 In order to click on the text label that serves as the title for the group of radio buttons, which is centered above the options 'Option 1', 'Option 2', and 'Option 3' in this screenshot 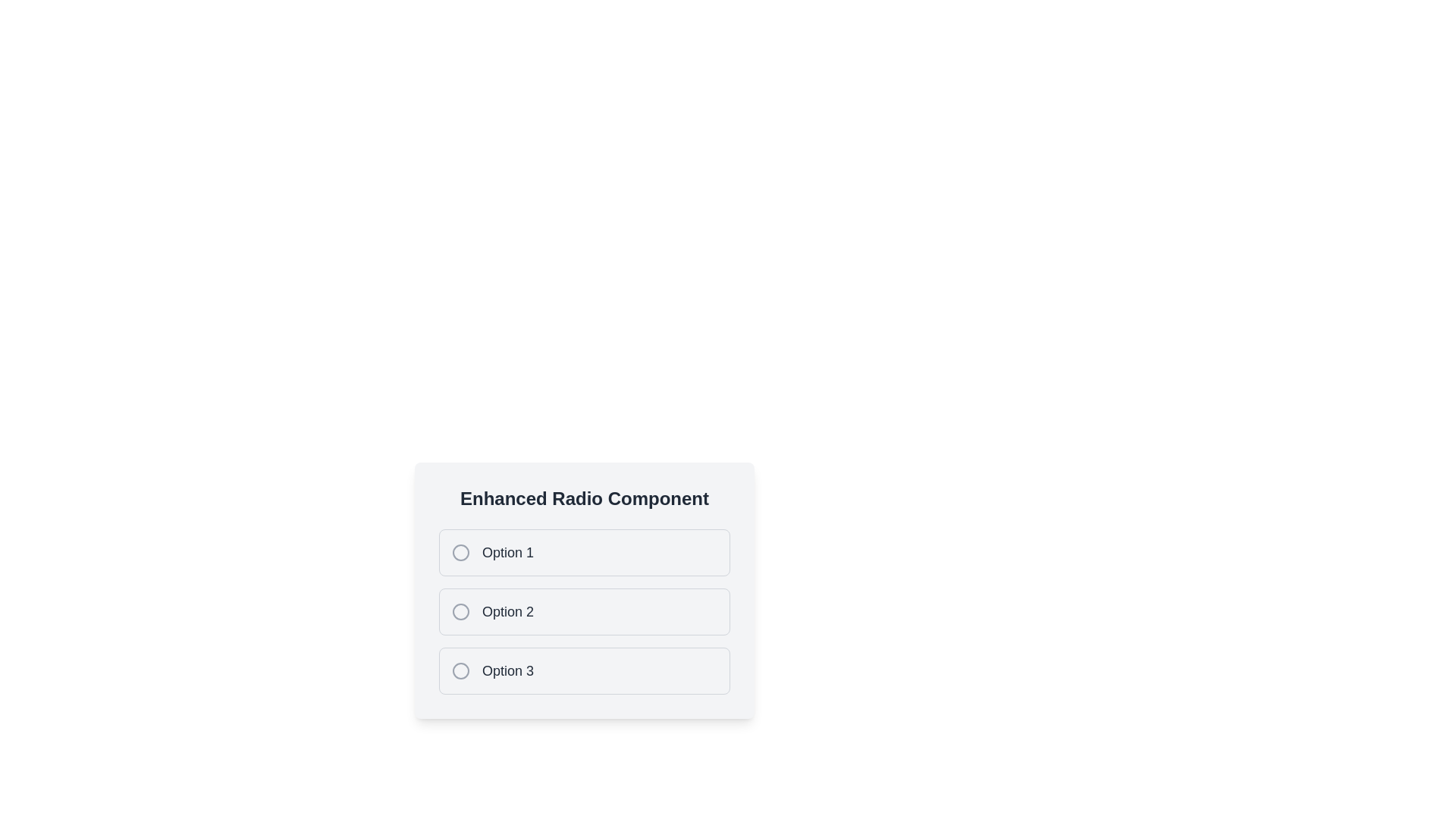, I will do `click(584, 499)`.